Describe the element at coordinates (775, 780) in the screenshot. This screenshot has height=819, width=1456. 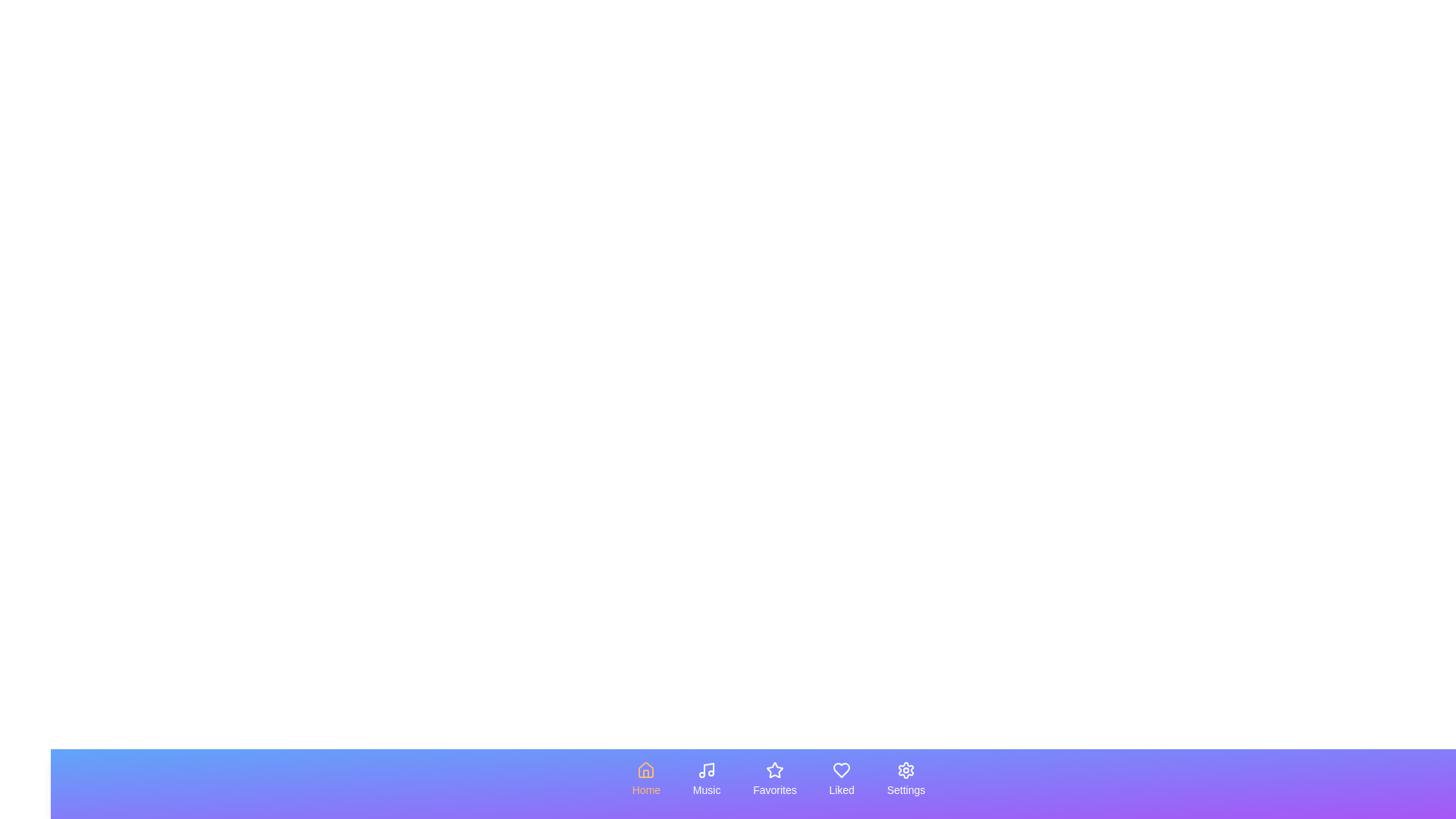
I see `the tab item labeled Favorites to observe its hover effect` at that location.